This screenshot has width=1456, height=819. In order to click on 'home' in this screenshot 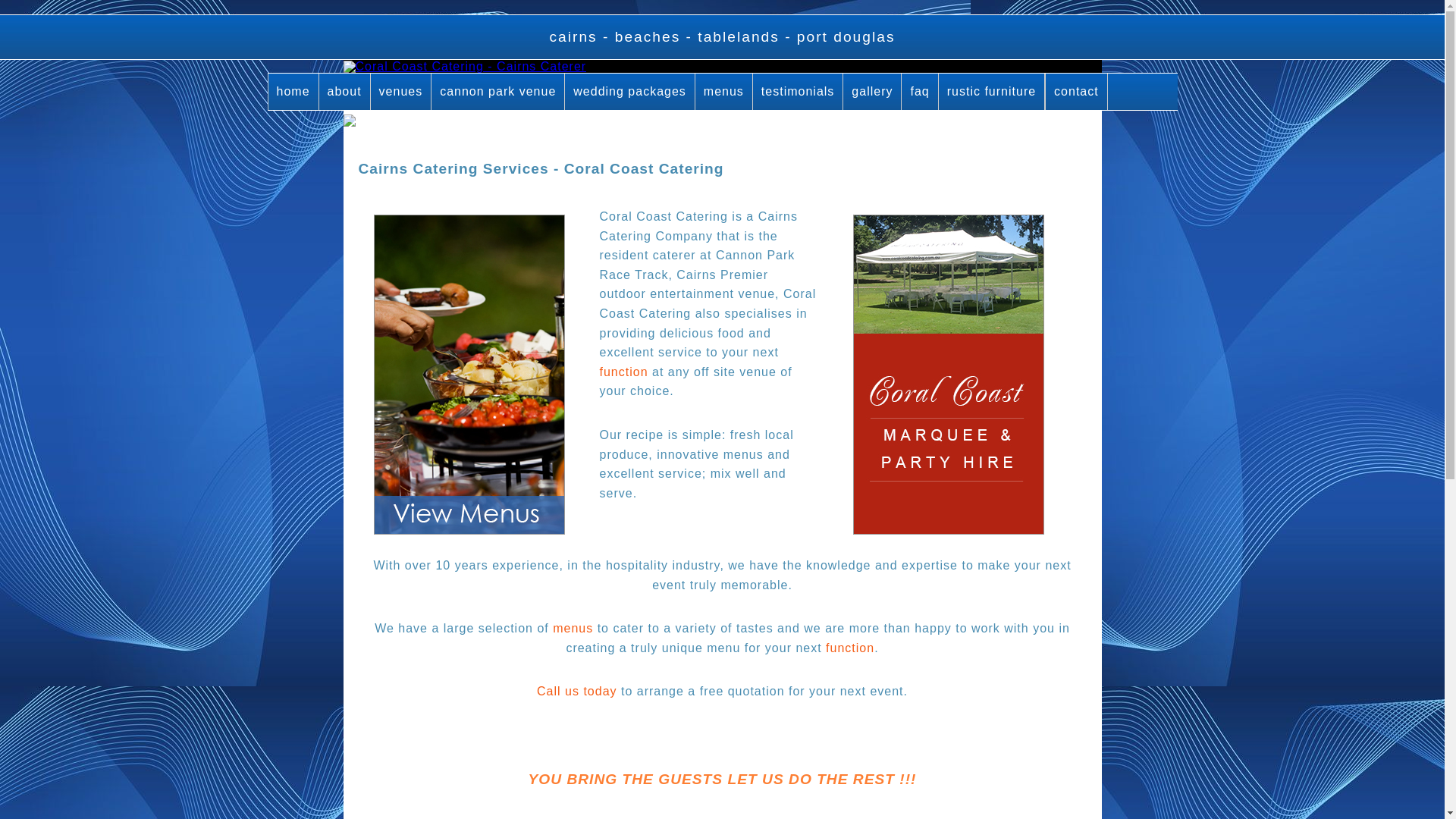, I will do `click(293, 91)`.